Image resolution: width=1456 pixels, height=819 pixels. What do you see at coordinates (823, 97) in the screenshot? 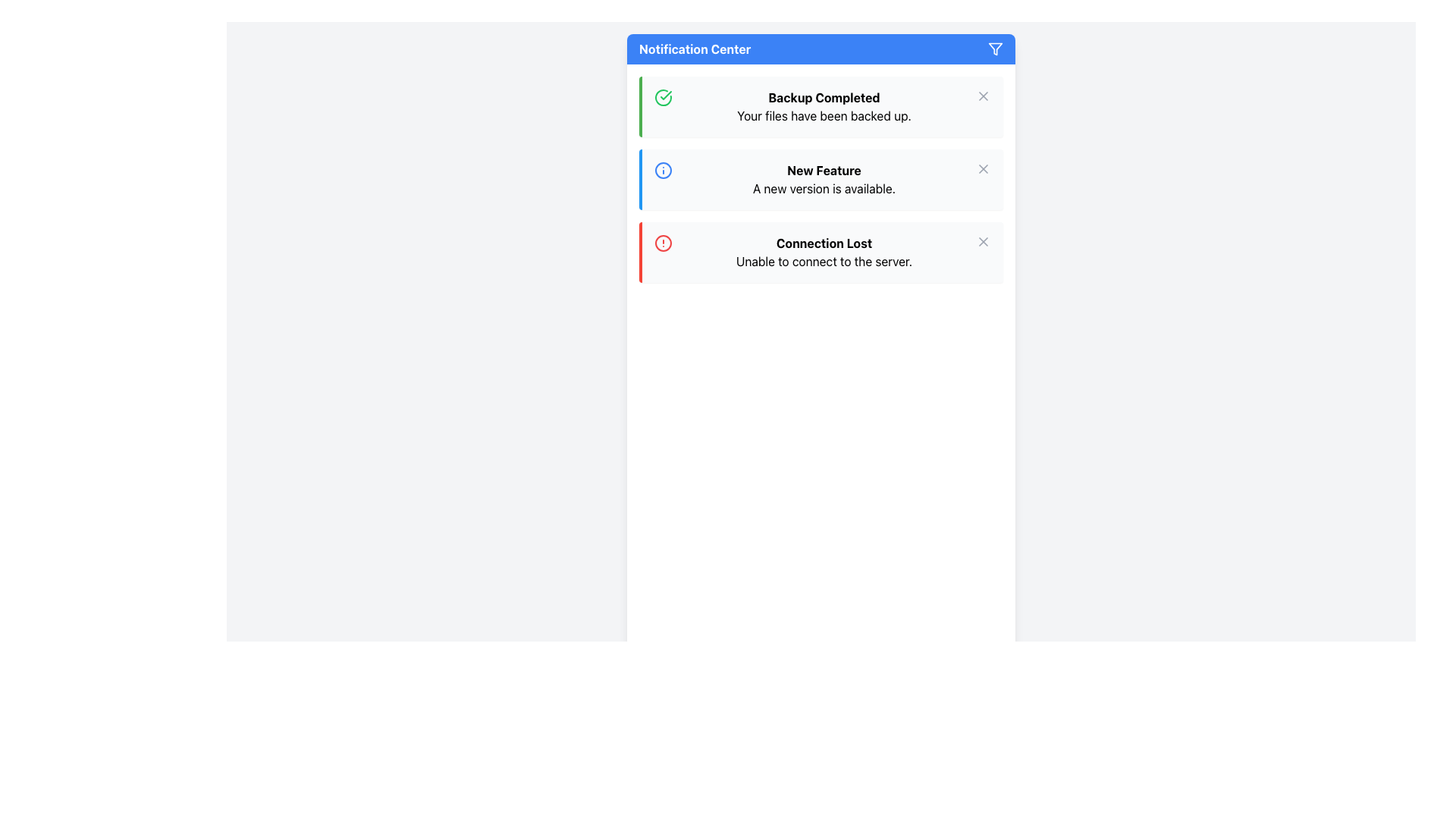
I see `the bold text label displaying 'Backup Completed' located at the top of the first notification block in the Notification Center` at bounding box center [823, 97].